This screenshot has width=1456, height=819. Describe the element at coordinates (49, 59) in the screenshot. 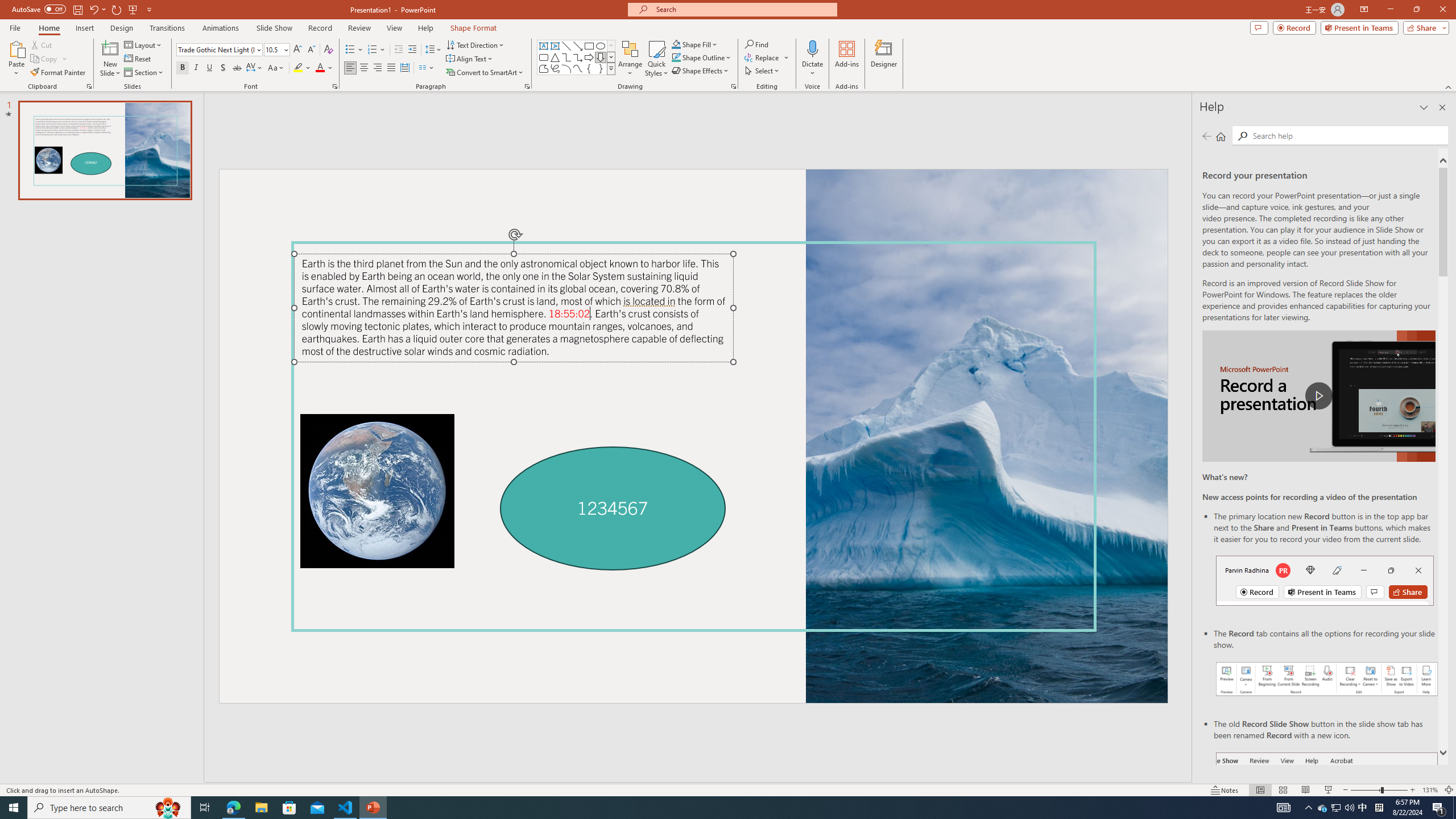

I see `'Copy'` at that location.